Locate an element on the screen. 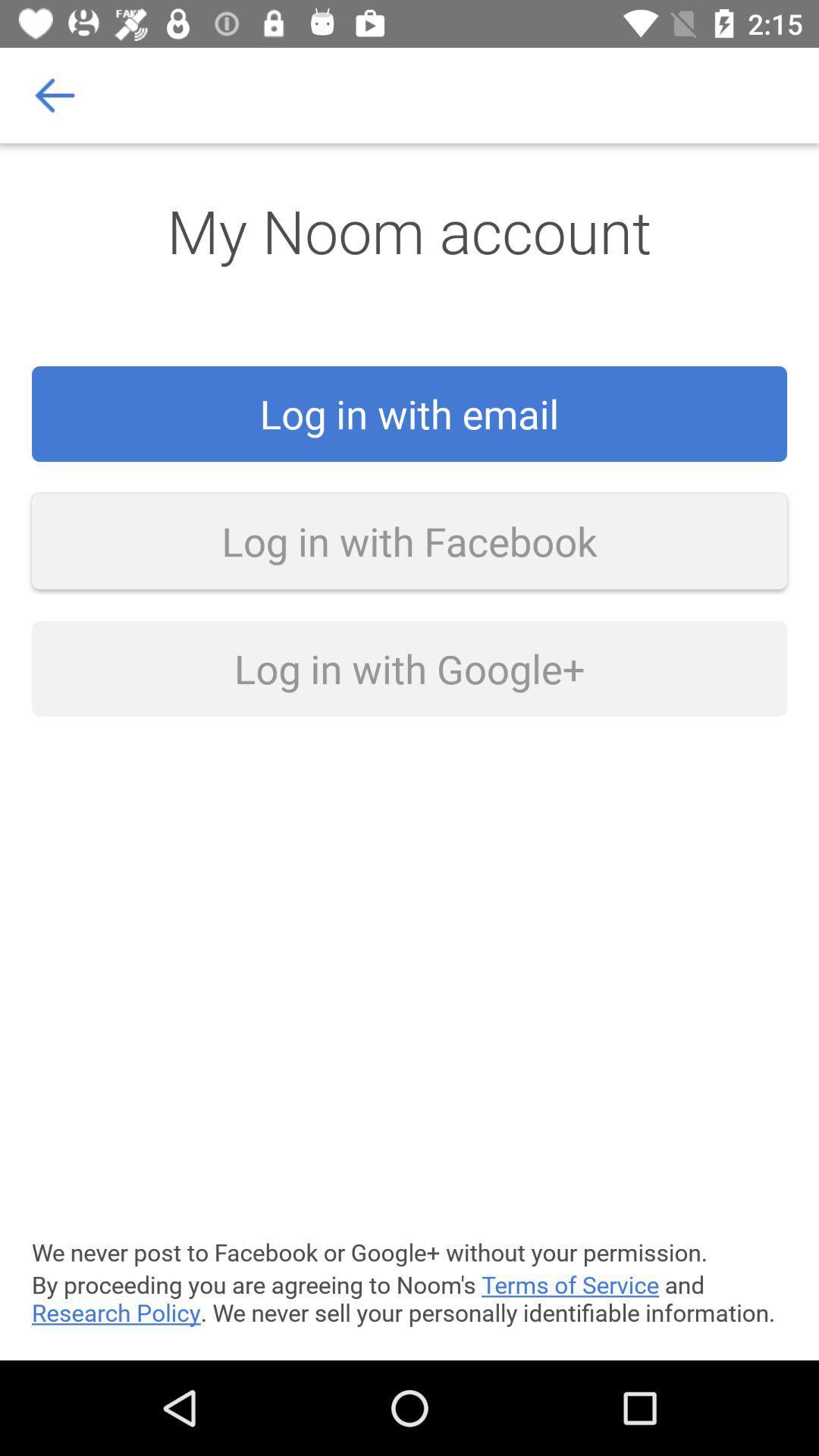 The width and height of the screenshot is (819, 1456). icon above the log in with is located at coordinates (55, 94).